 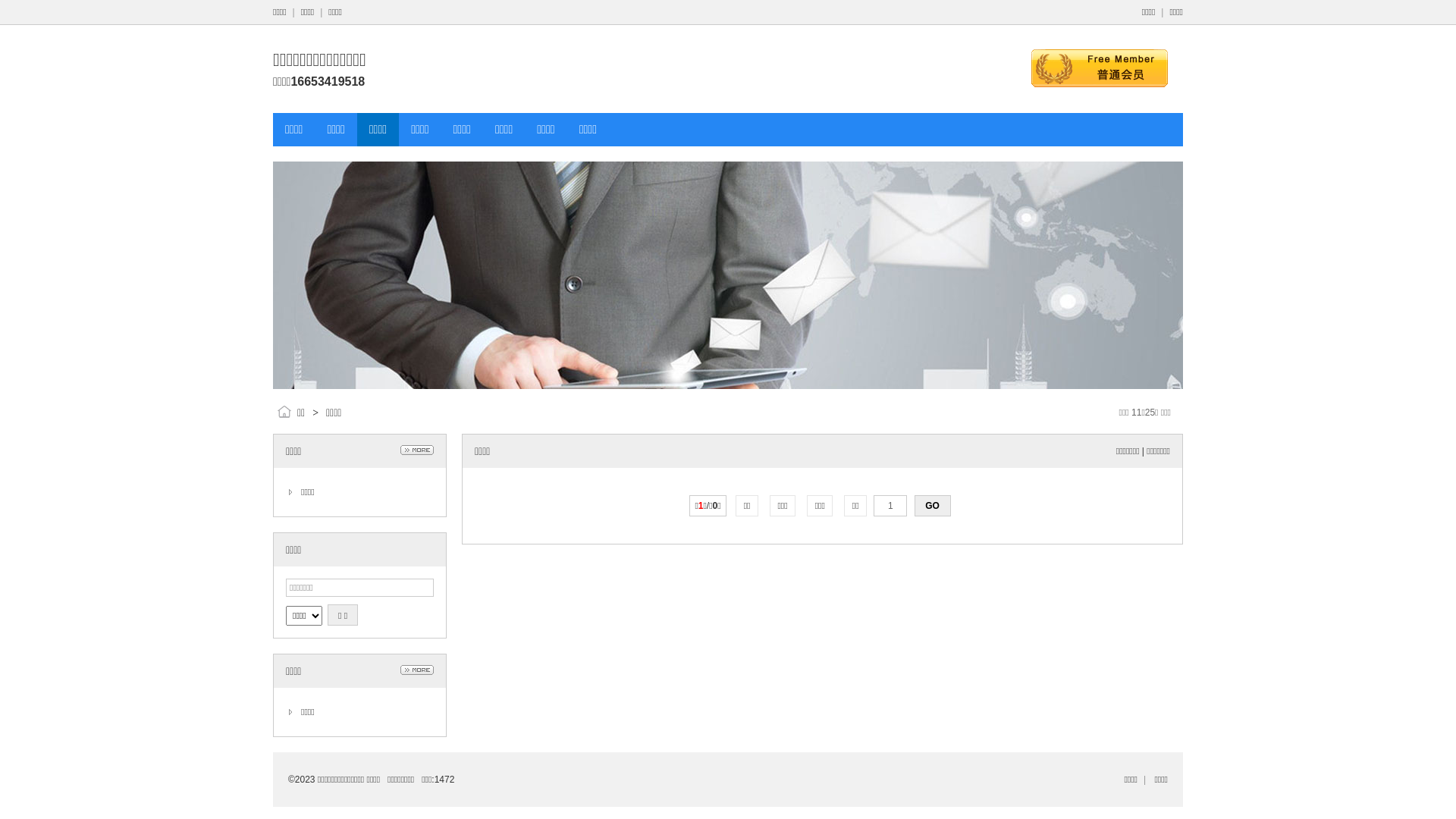 What do you see at coordinates (931, 506) in the screenshot?
I see `'GO'` at bounding box center [931, 506].